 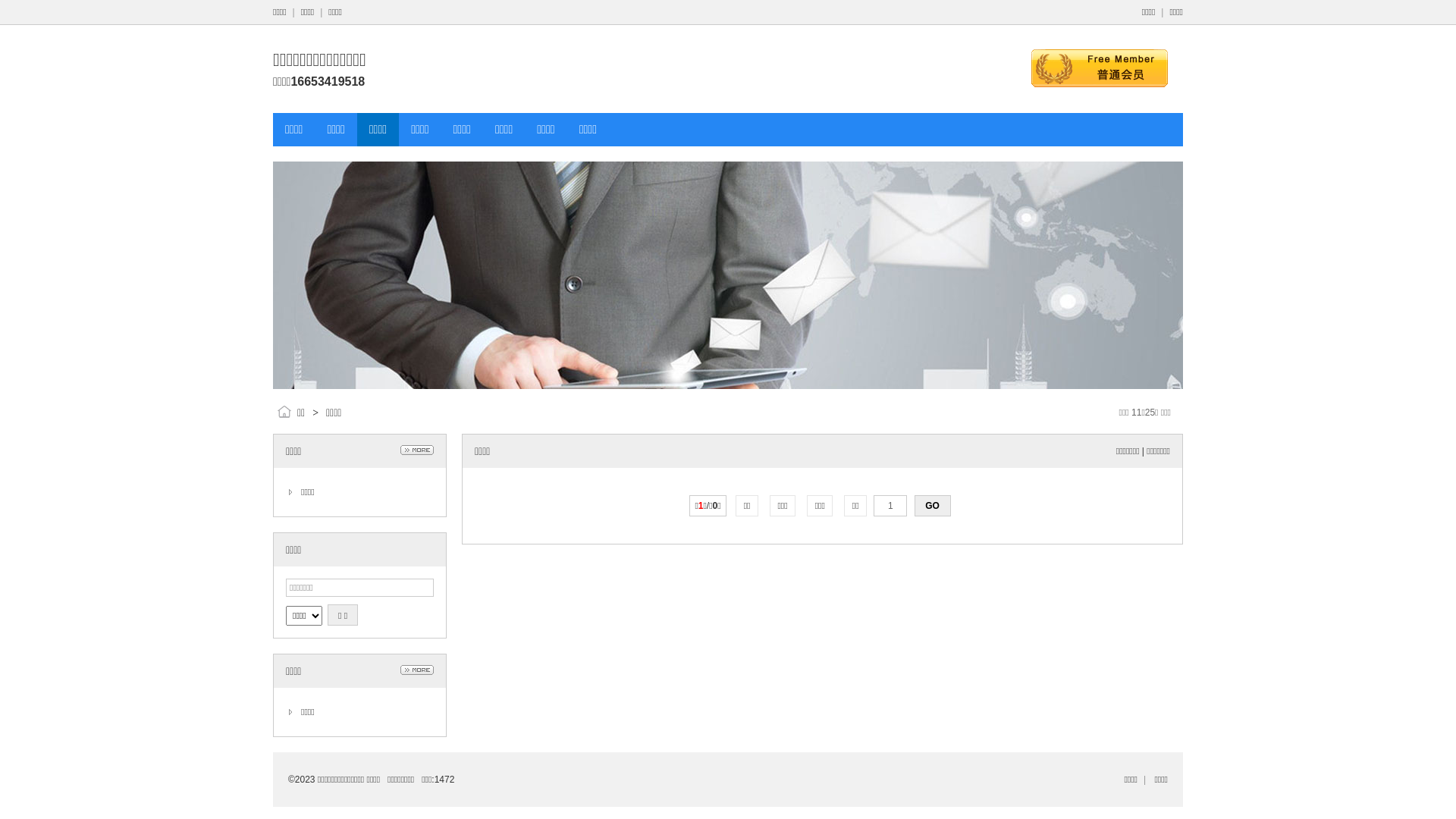 What do you see at coordinates (931, 506) in the screenshot?
I see `'GO'` at bounding box center [931, 506].